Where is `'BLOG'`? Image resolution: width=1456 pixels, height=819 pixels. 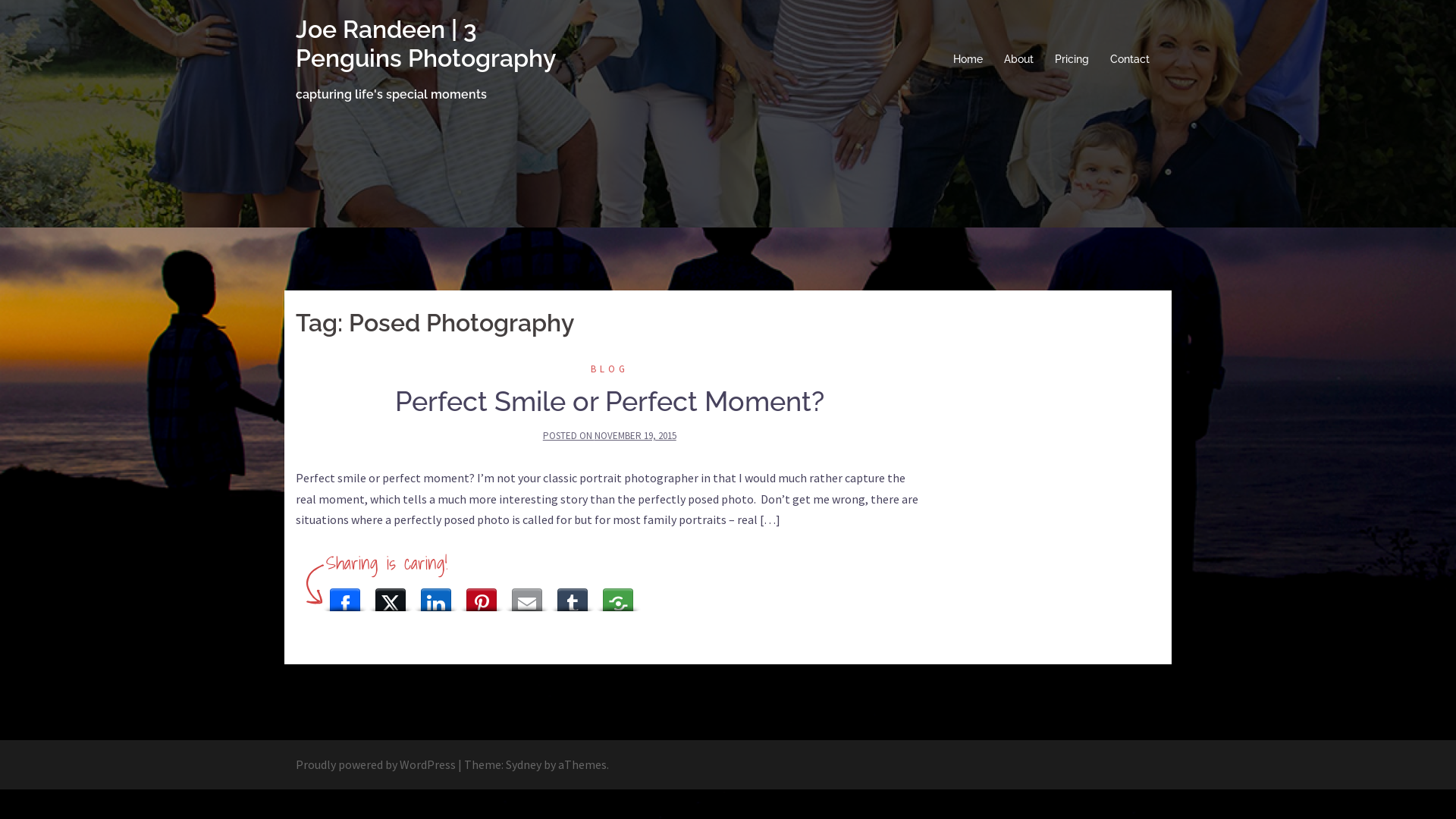 'BLOG' is located at coordinates (609, 369).